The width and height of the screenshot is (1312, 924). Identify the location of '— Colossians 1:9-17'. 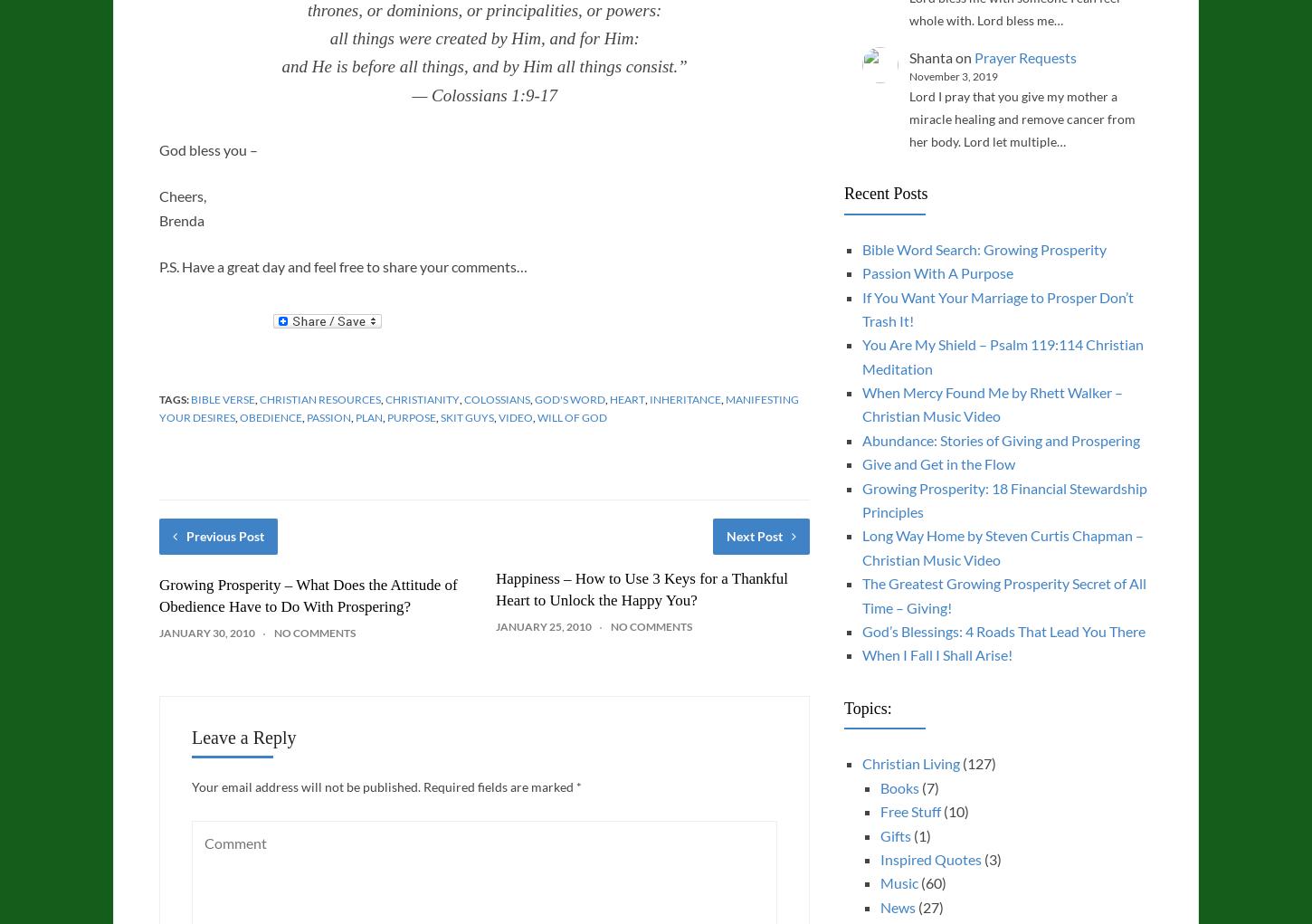
(484, 93).